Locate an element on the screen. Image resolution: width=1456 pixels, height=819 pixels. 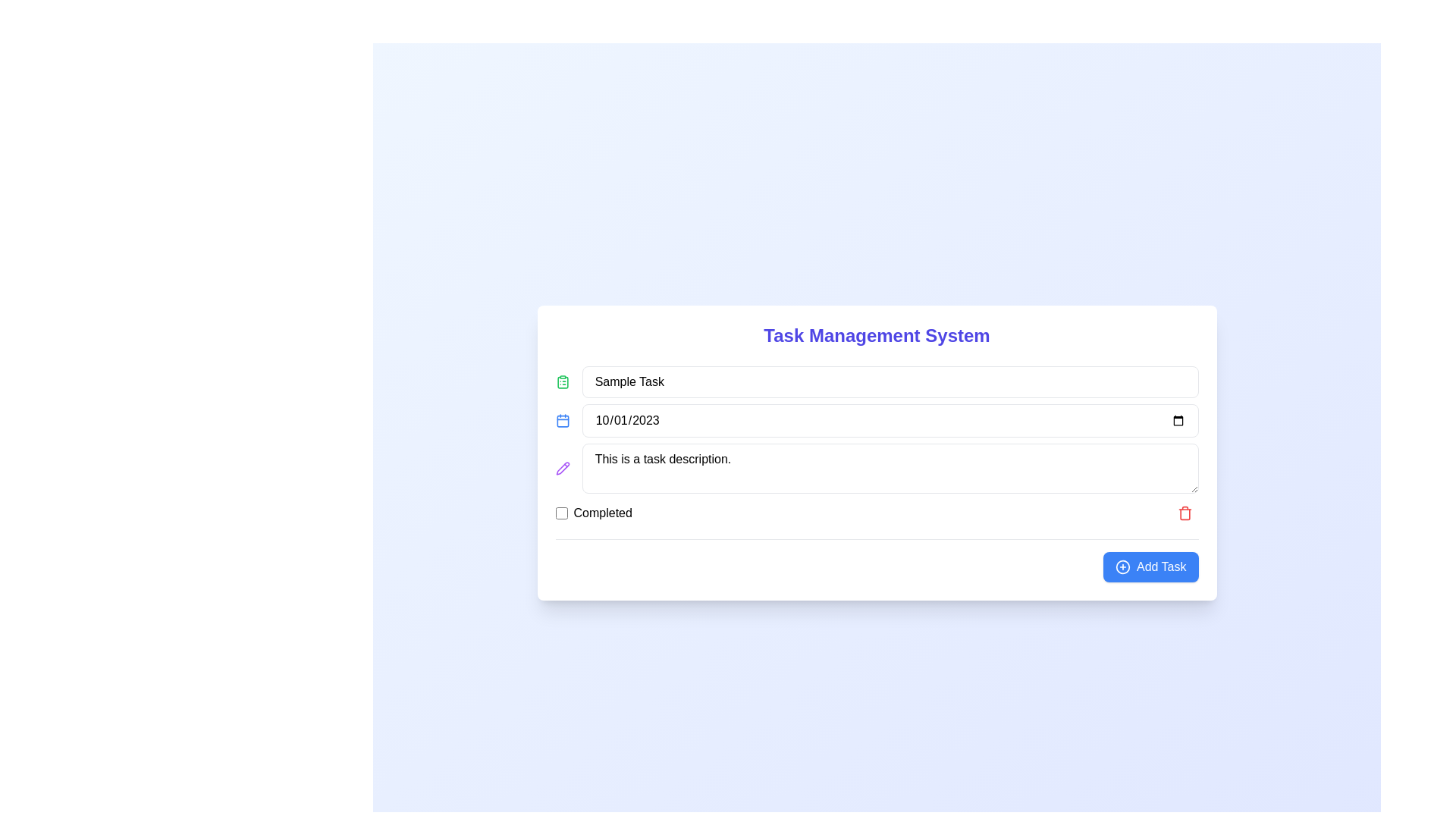
the delete button located at the far right of the 'Completed' section to initiate a delete action is located at coordinates (1184, 512).